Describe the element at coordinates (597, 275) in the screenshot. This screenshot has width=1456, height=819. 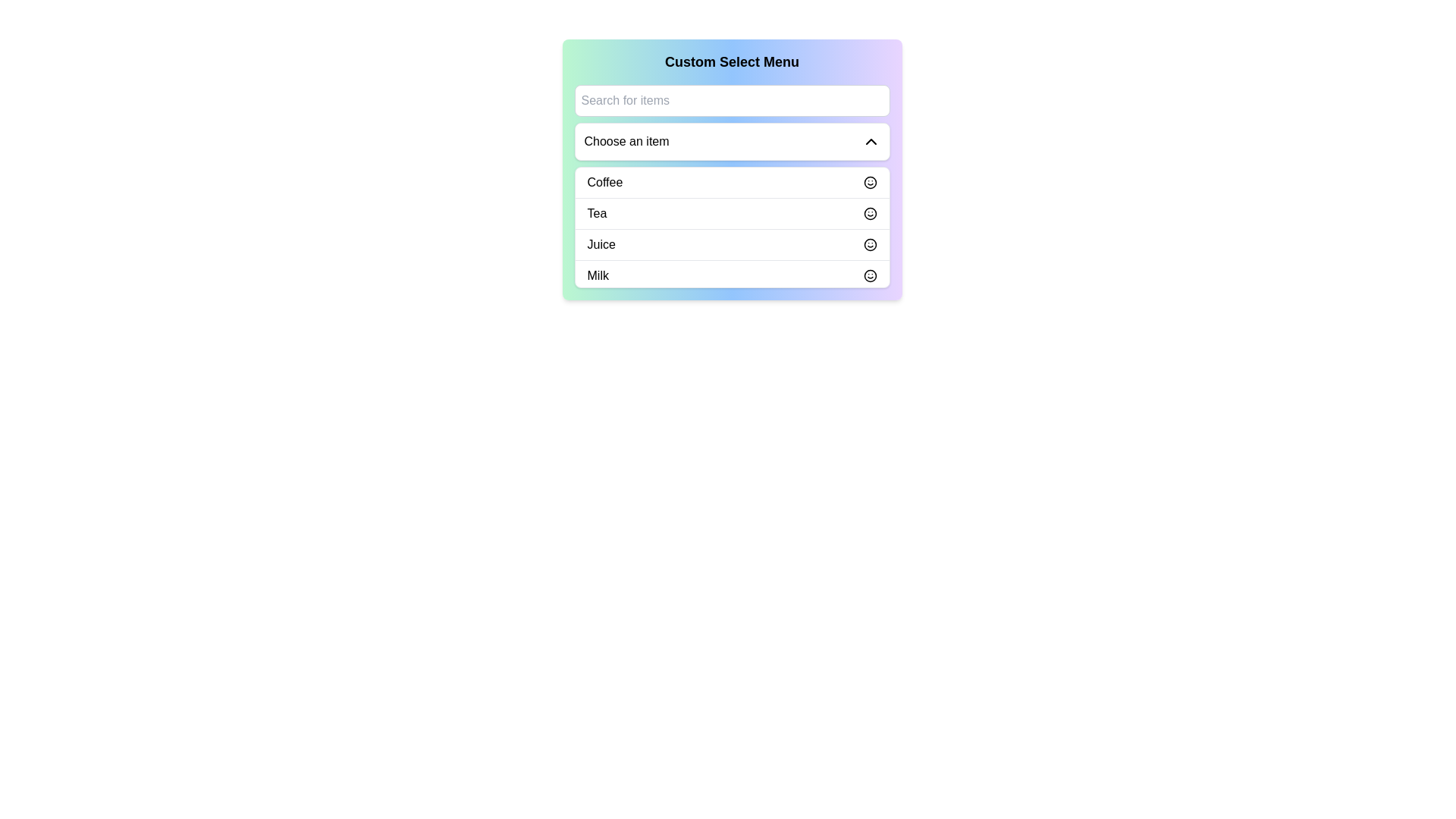
I see `the 'Milk' text label in the fourth row of the dropdown list under the header 'Custom Select Menu'` at that location.